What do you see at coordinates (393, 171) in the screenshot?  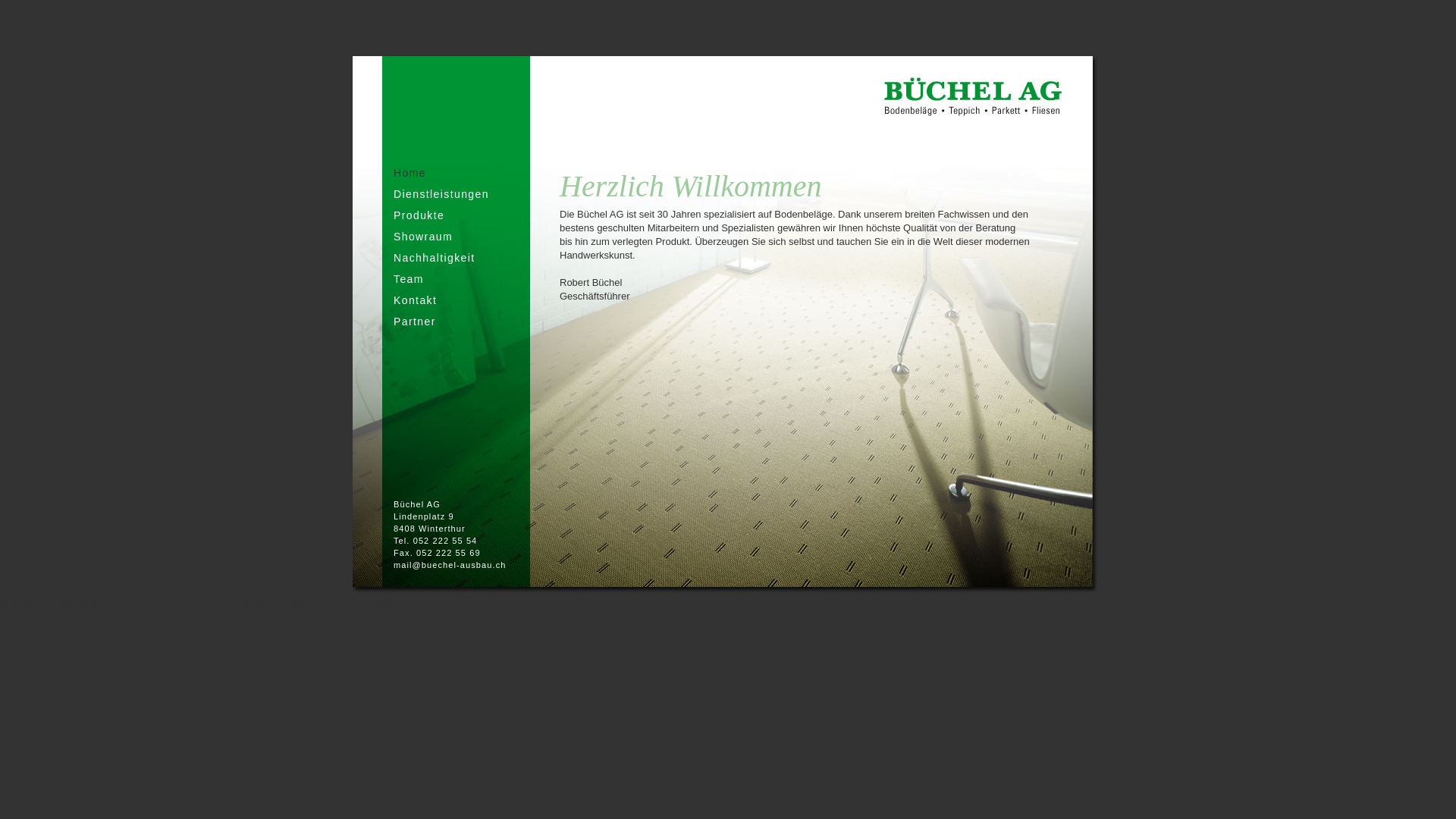 I see `'Home'` at bounding box center [393, 171].